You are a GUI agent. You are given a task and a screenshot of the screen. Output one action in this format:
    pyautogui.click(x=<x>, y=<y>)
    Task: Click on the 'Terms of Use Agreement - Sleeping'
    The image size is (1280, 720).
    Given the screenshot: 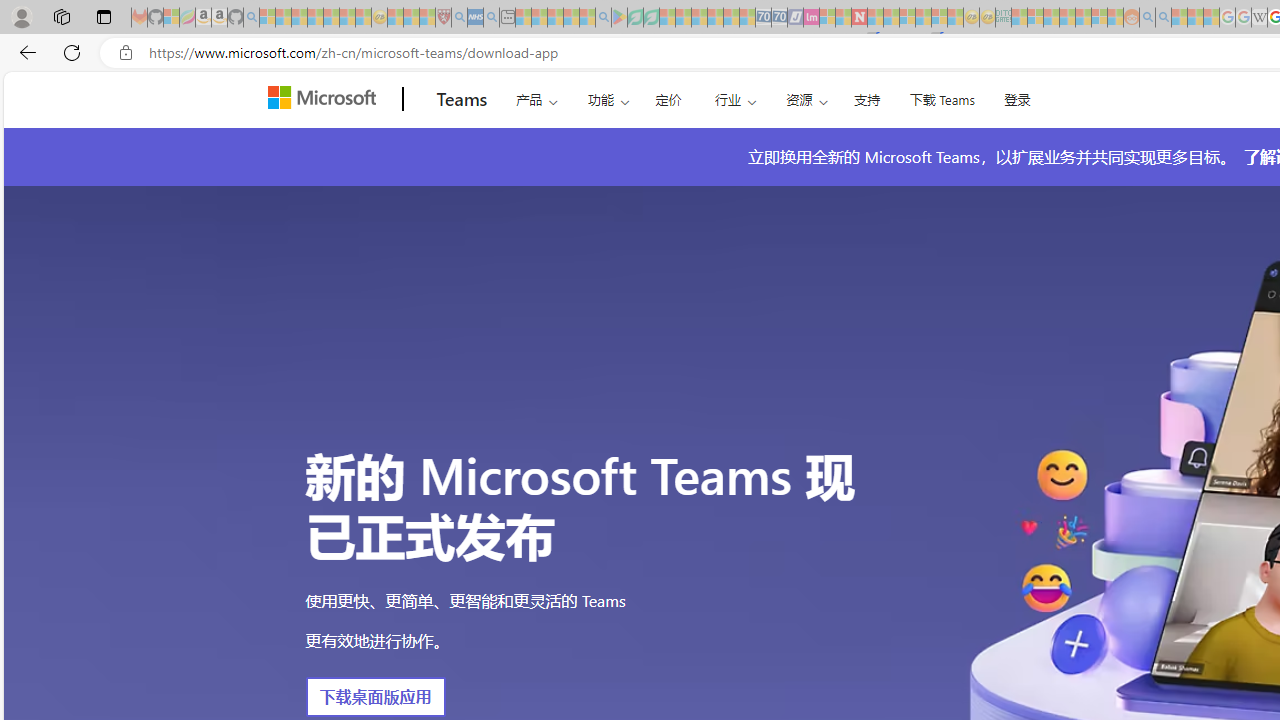 What is the action you would take?
    pyautogui.click(x=634, y=17)
    